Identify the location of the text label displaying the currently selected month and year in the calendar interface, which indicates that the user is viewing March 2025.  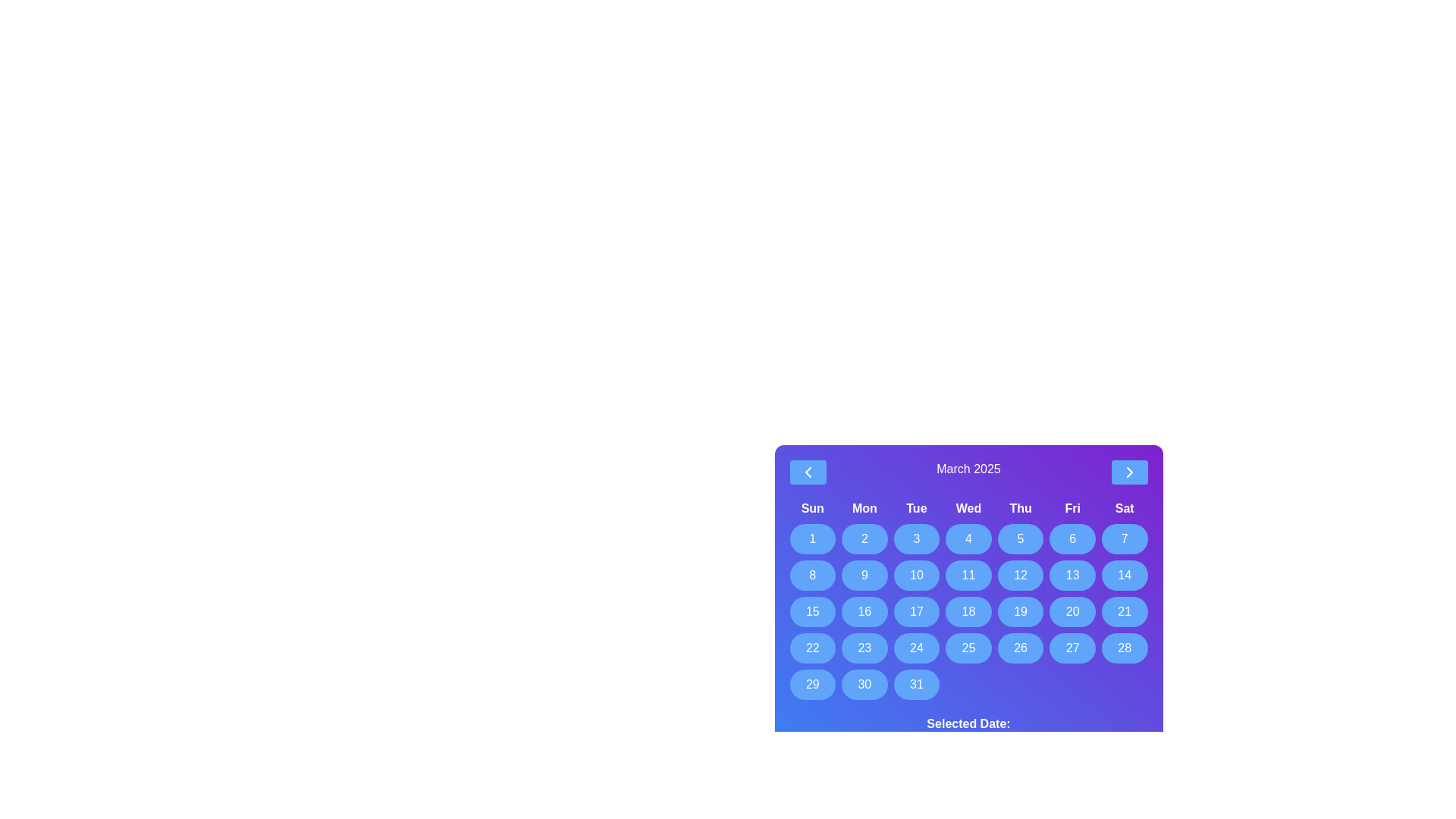
(968, 472).